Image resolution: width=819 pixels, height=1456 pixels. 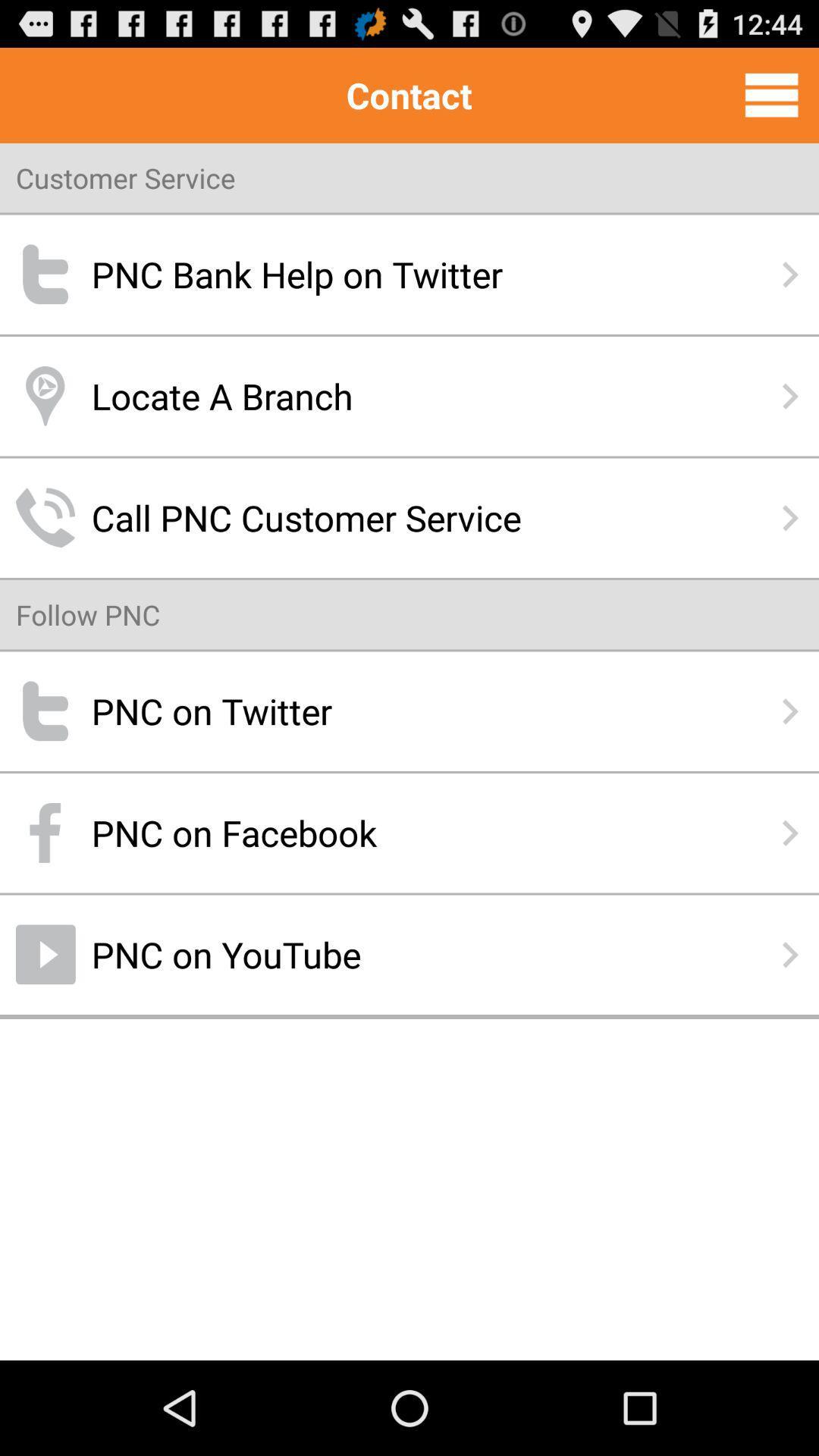 I want to click on the icon on the left, so click(x=88, y=614).